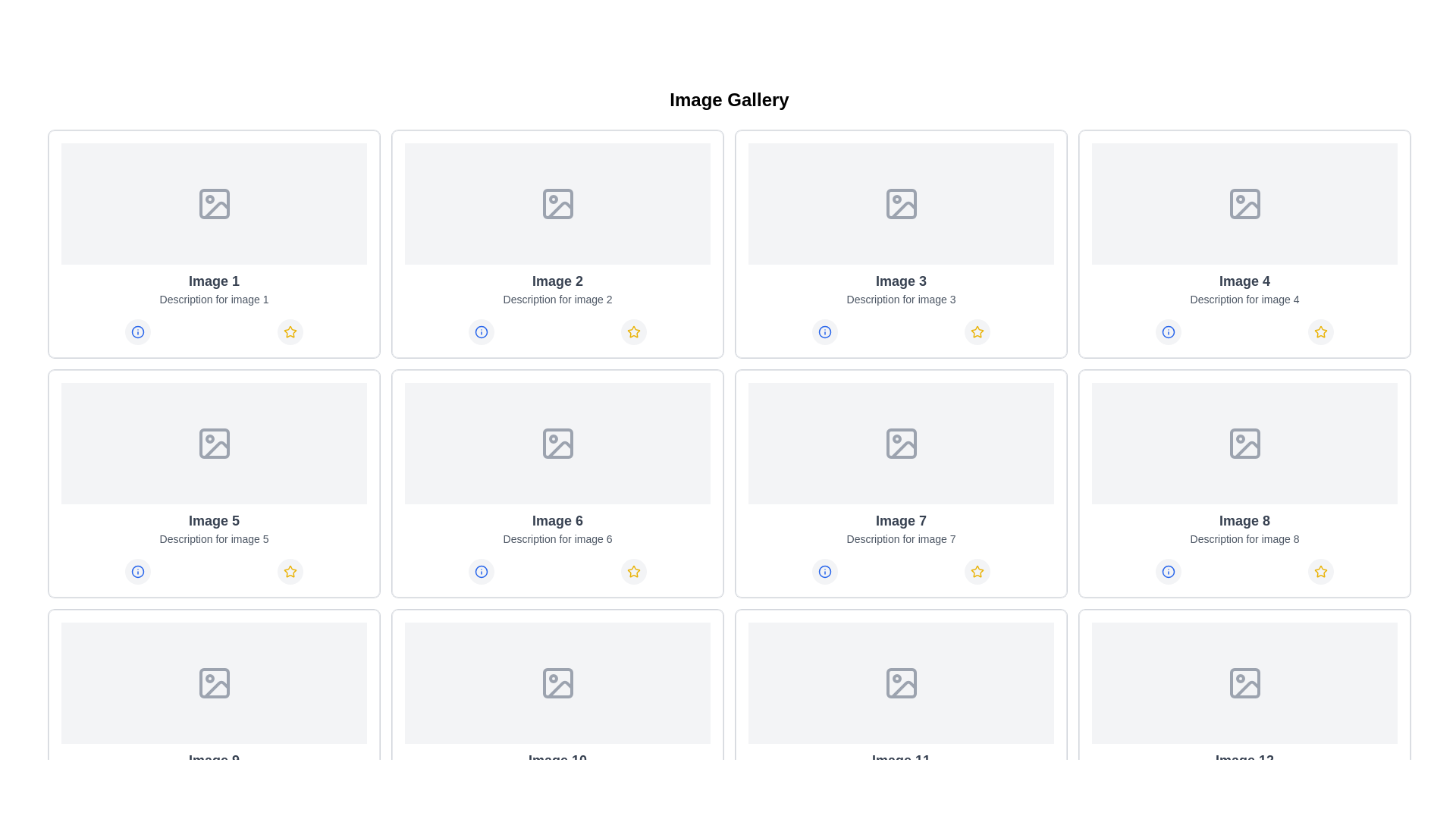 Image resolution: width=1456 pixels, height=819 pixels. Describe the element at coordinates (1167, 331) in the screenshot. I see `the information button located underneath 'Image 4'` at that location.